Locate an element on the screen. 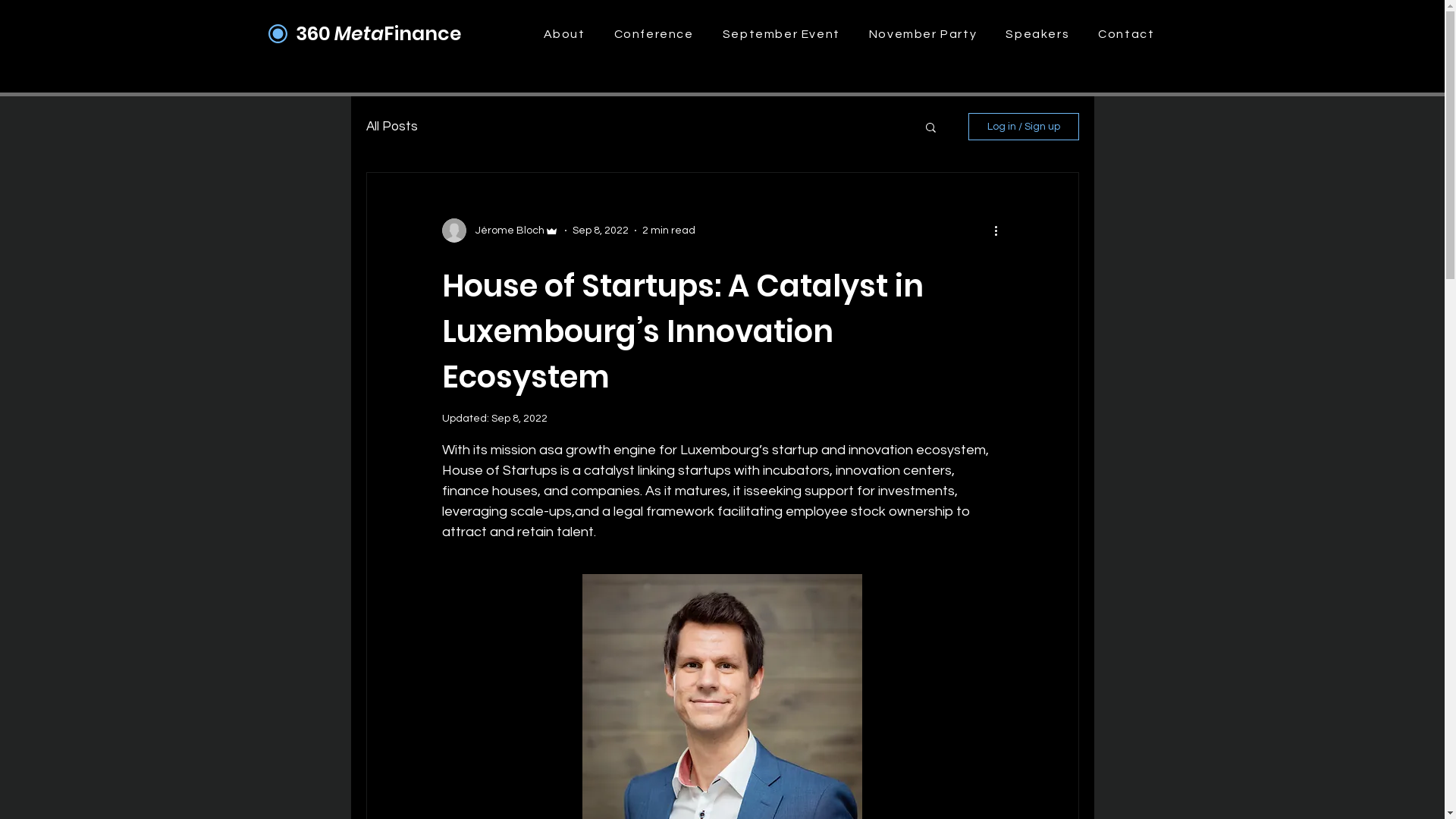 The image size is (1456, 819). 'Contact' is located at coordinates (1125, 34).